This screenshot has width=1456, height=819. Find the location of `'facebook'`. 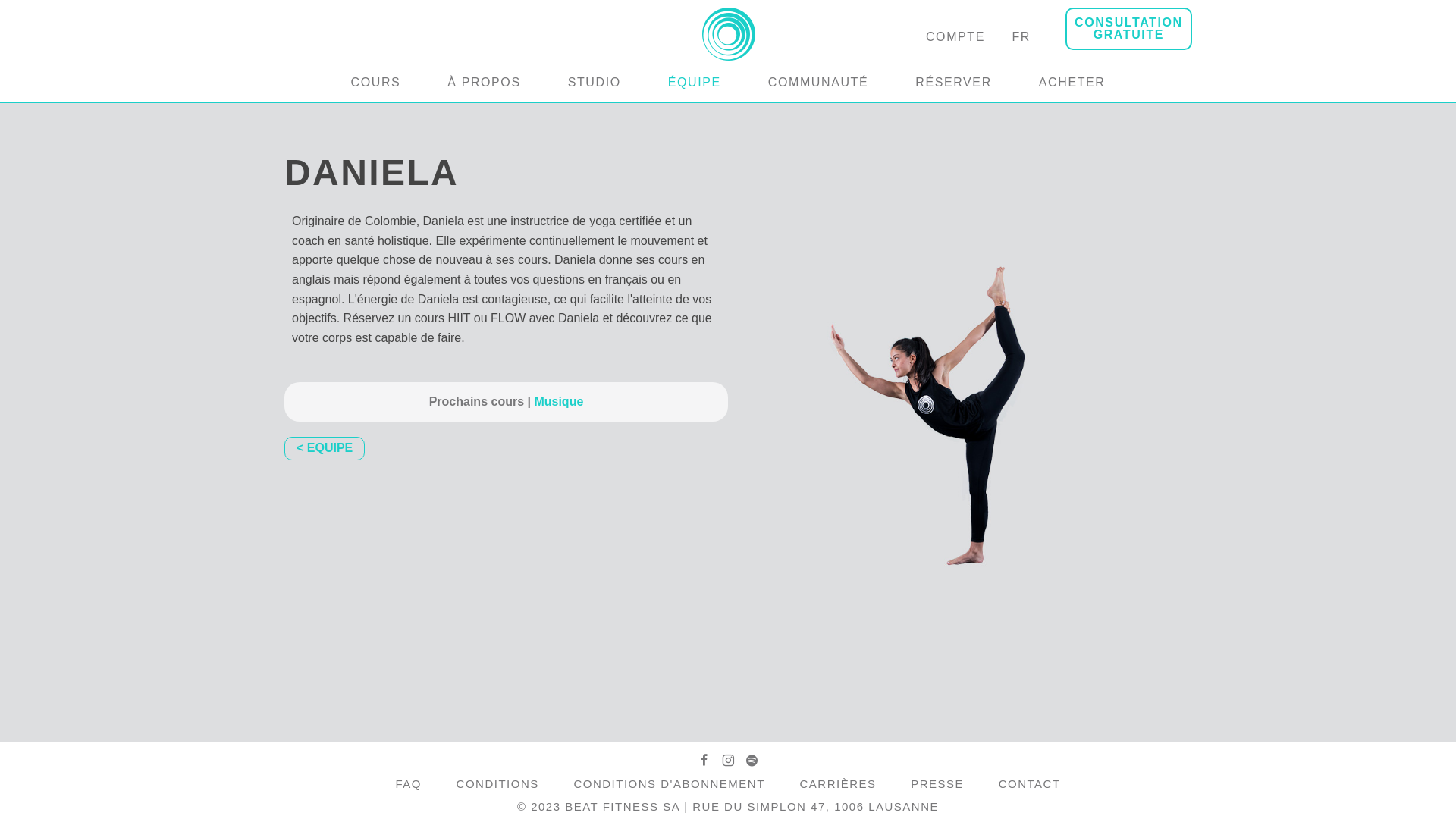

'facebook' is located at coordinates (698, 761).